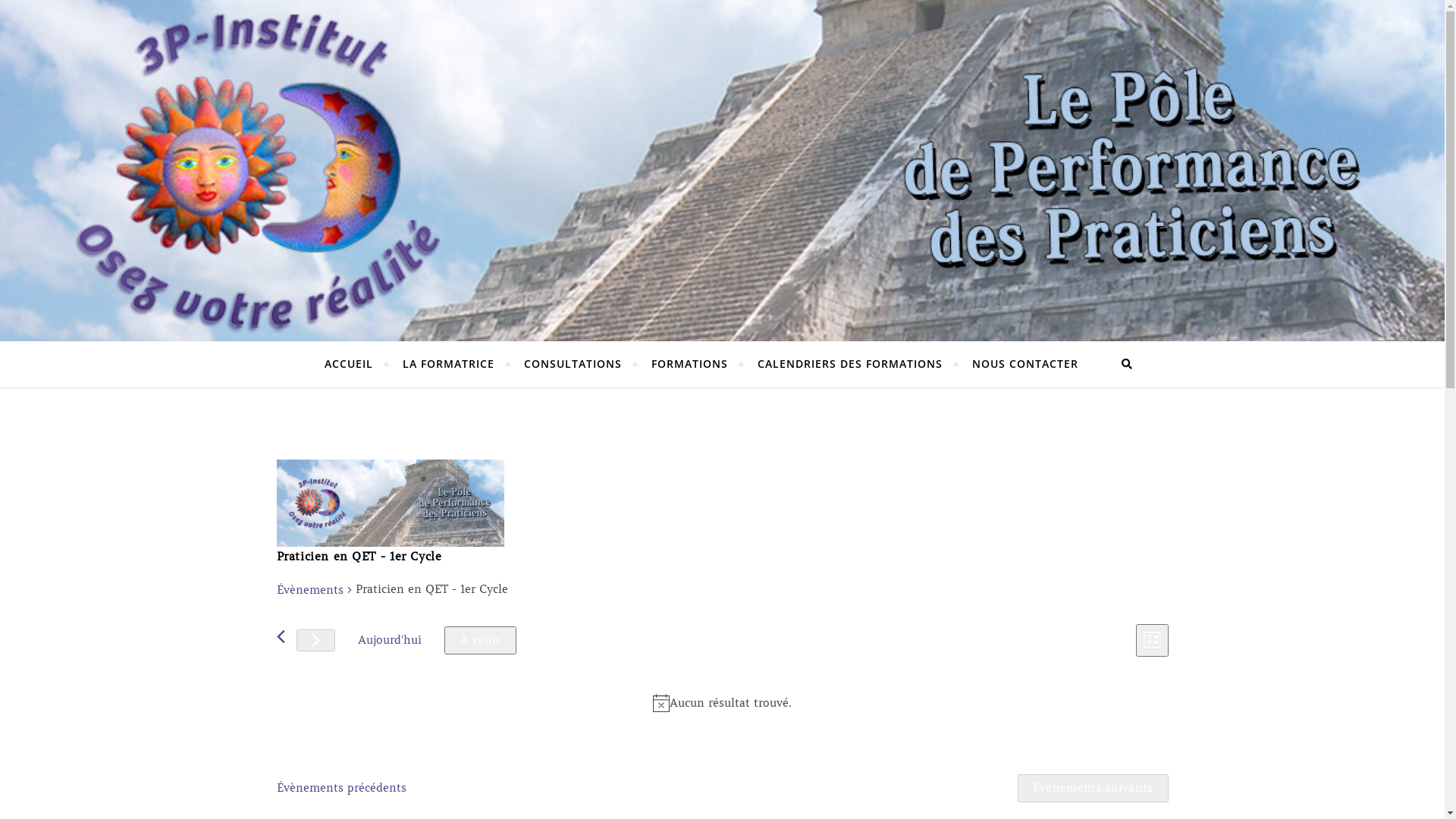 This screenshot has height=819, width=1456. What do you see at coordinates (1135, 640) in the screenshot?
I see `'Liste'` at bounding box center [1135, 640].